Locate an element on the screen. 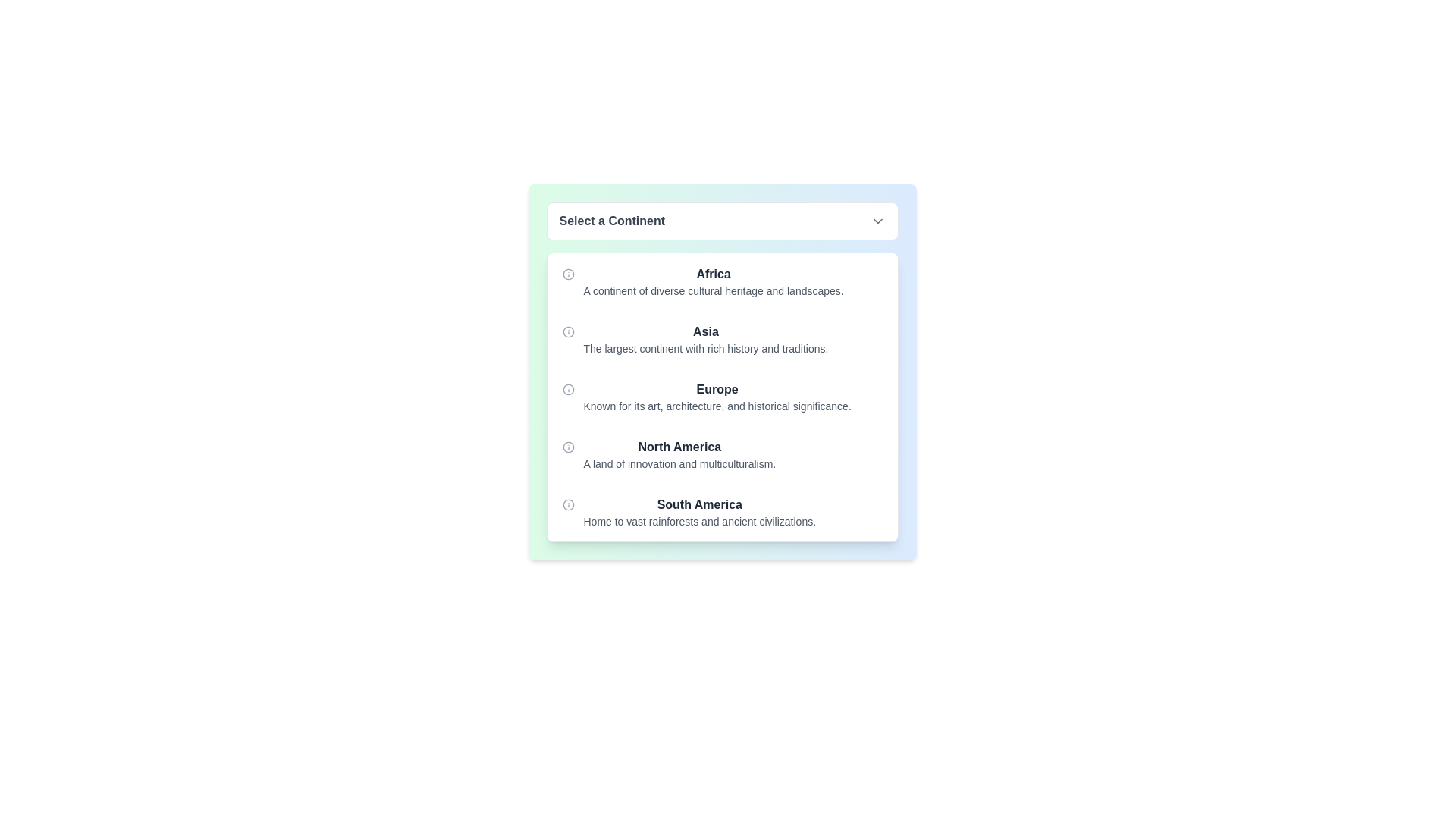 This screenshot has height=819, width=1456. the fourth list item representing 'North America' which is located between 'Europe' and 'South America' in the vertical list is located at coordinates (721, 454).